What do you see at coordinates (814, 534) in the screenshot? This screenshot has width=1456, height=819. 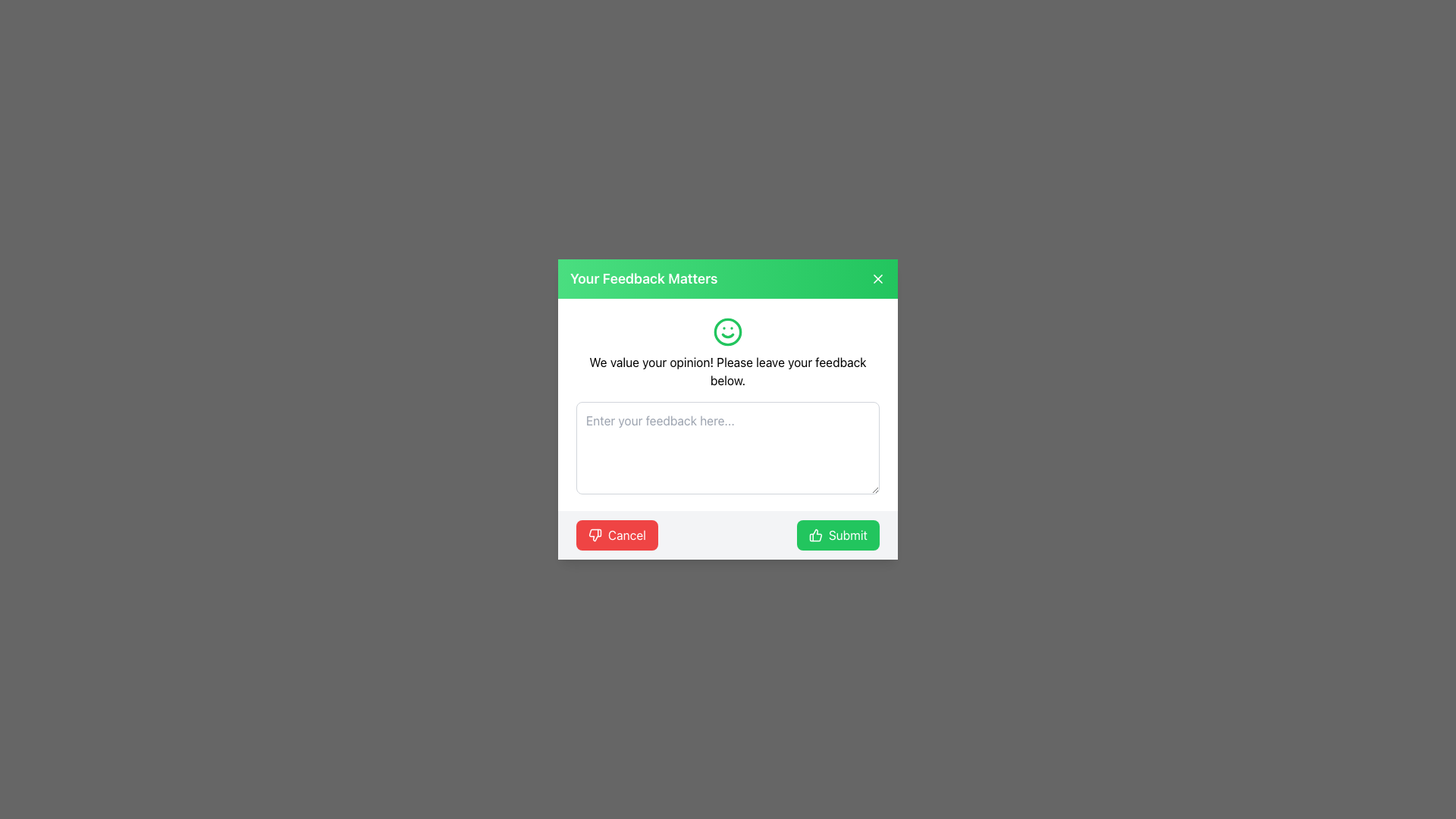 I see `the thumbs-up icon that is part of the green 'Submit' button located at the bottom-right corner of the feedback form modal` at bounding box center [814, 534].